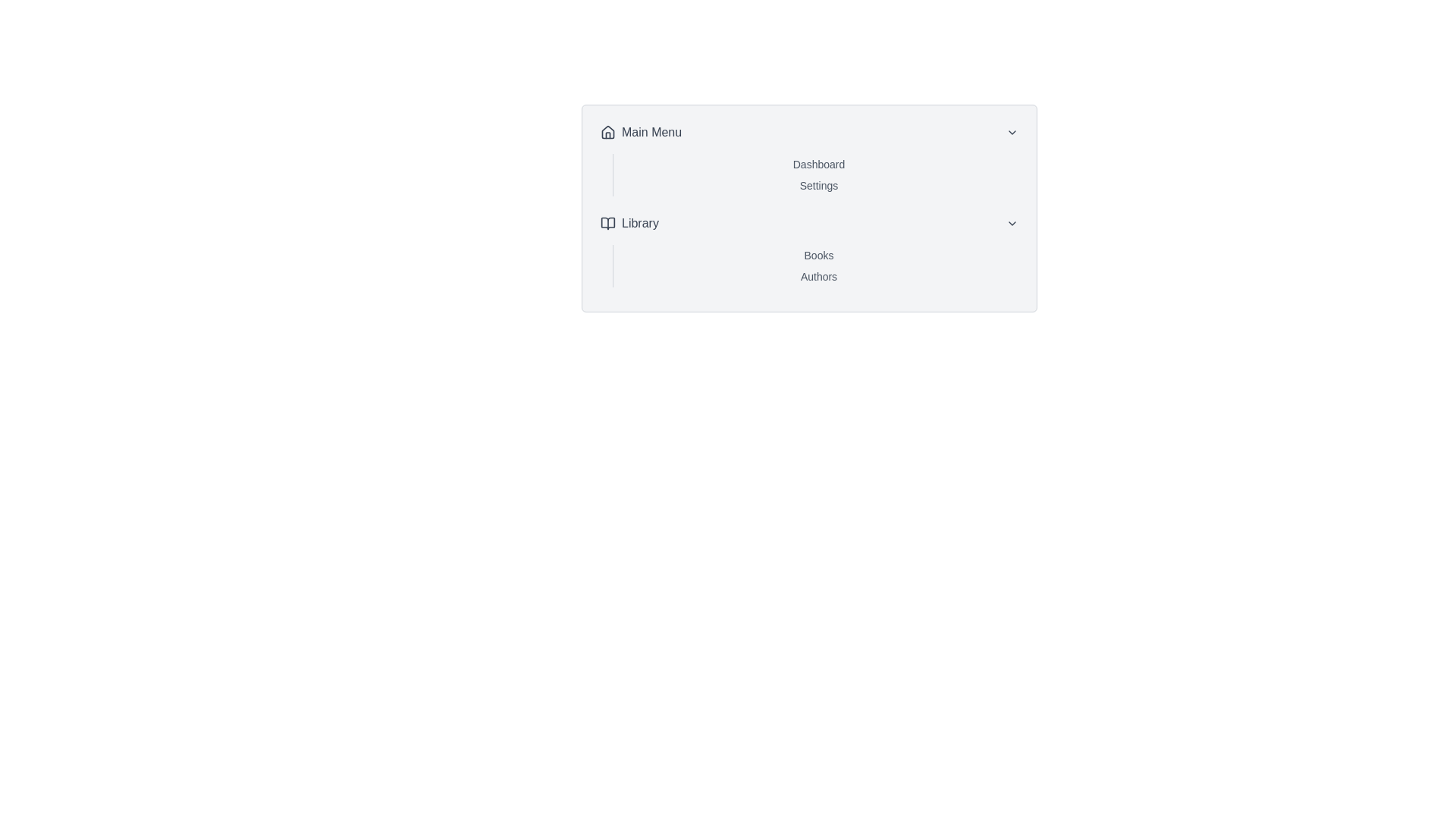  I want to click on the 'Library' menu item located below 'Dashboard' and 'Settings', and above 'Books' in the vertical menu, so click(808, 223).